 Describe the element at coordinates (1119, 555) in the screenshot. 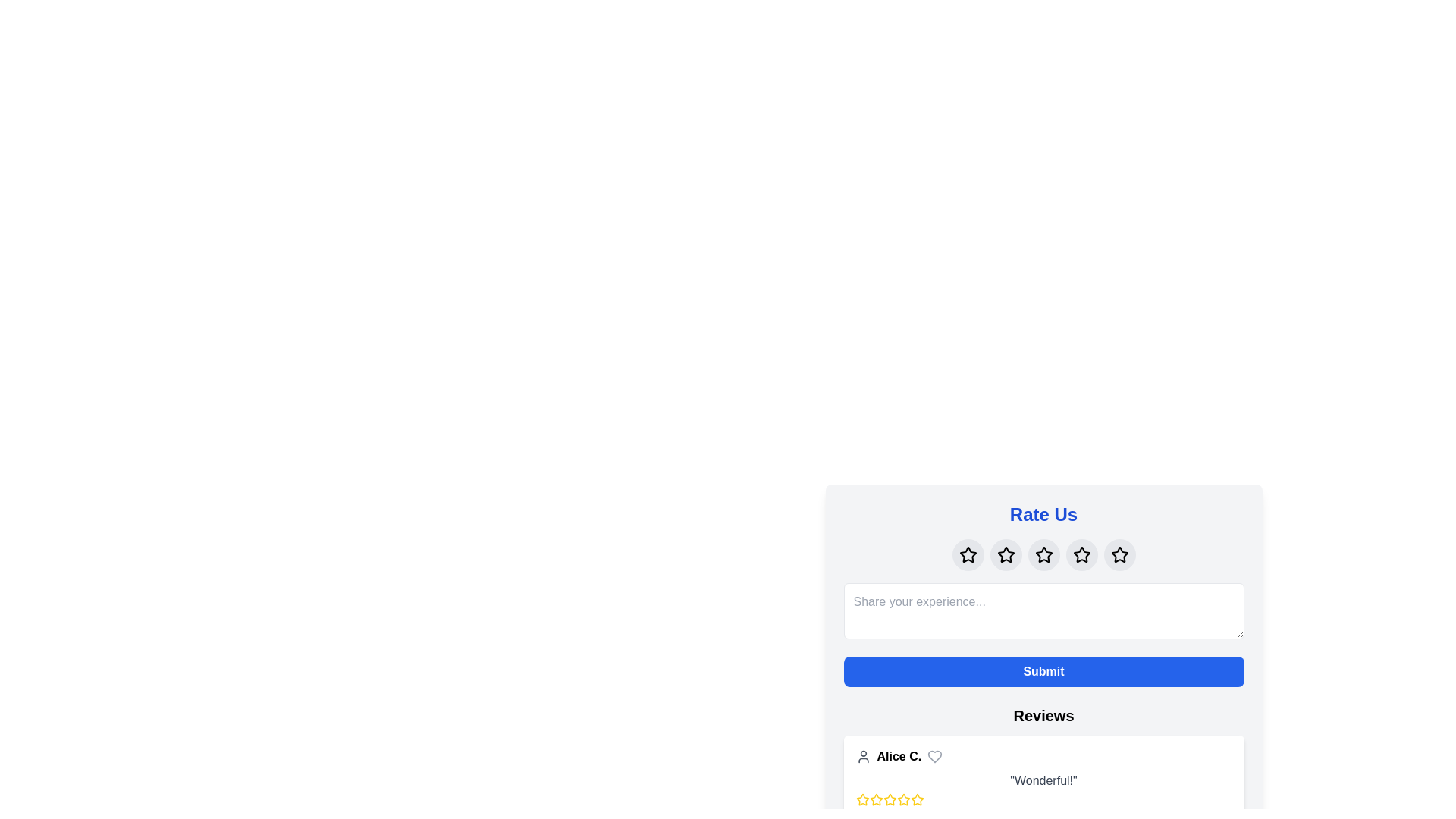

I see `the fifth star-shaped icon within a circular button under the 'Rate Us' heading` at that location.